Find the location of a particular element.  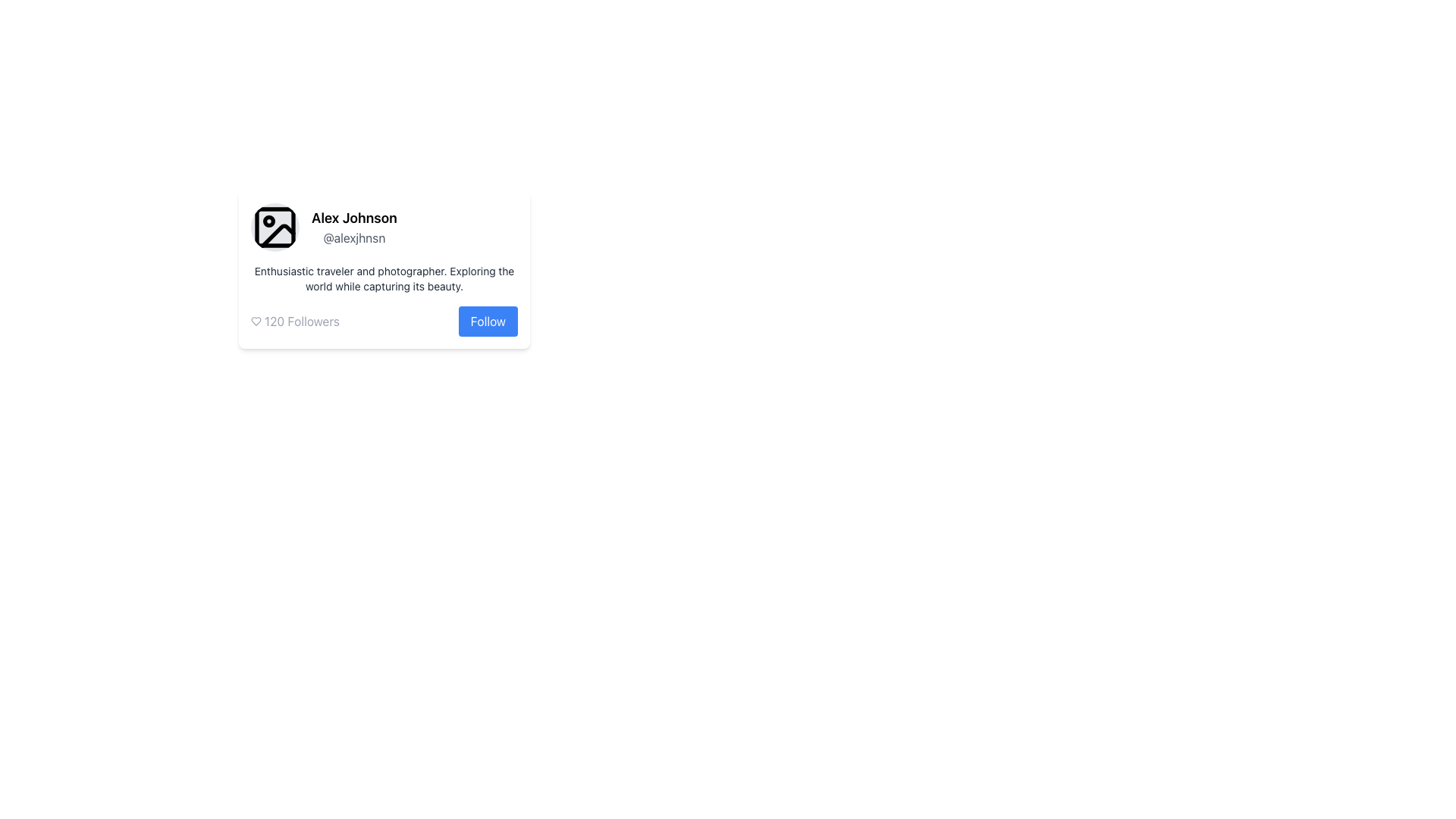

the user's name displayed at the top of the profile card for potential interactions is located at coordinates (353, 218).